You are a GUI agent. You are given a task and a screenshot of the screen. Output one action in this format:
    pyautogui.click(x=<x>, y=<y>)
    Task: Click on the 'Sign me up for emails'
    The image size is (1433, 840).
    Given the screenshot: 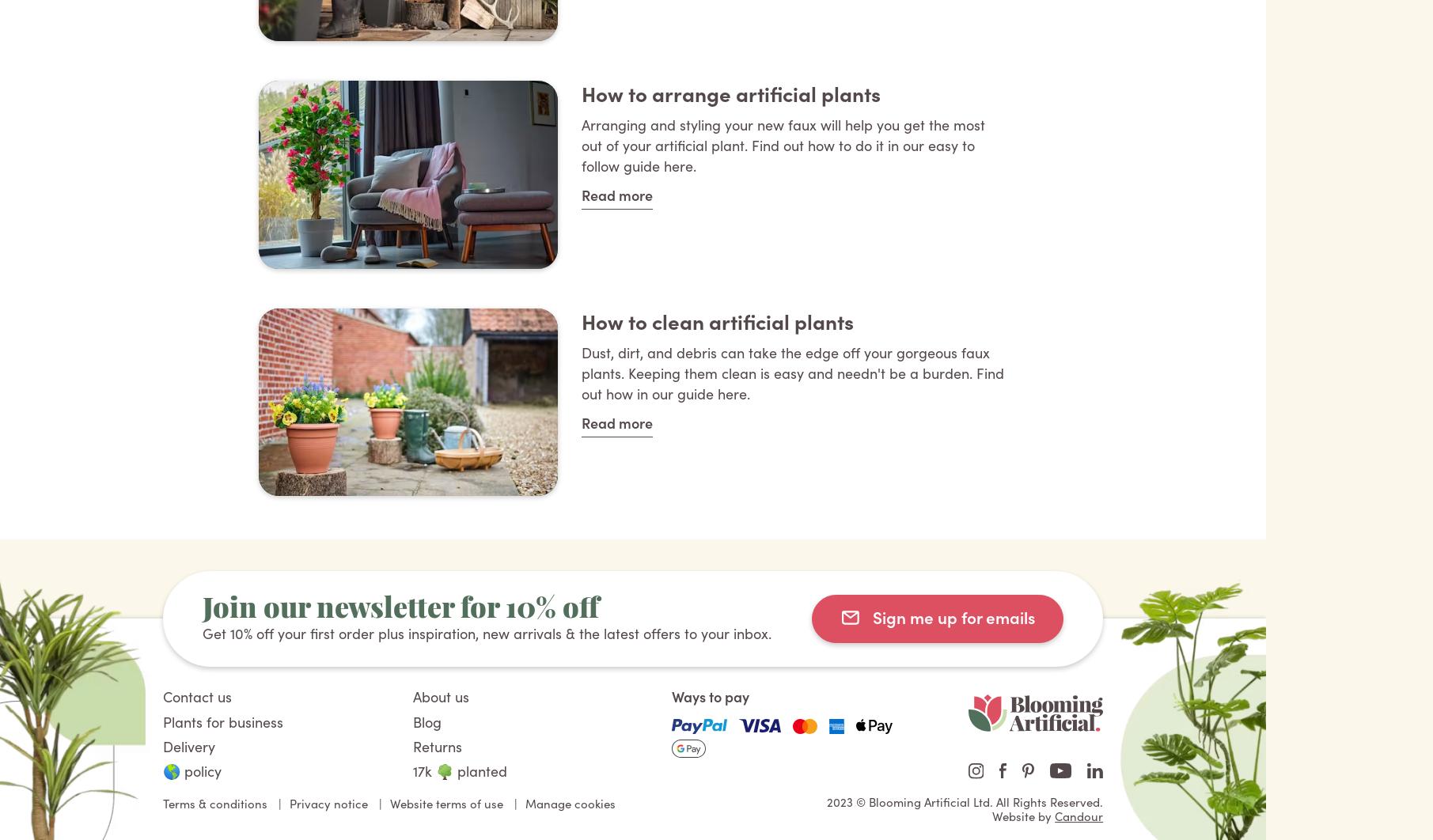 What is the action you would take?
    pyautogui.click(x=873, y=615)
    